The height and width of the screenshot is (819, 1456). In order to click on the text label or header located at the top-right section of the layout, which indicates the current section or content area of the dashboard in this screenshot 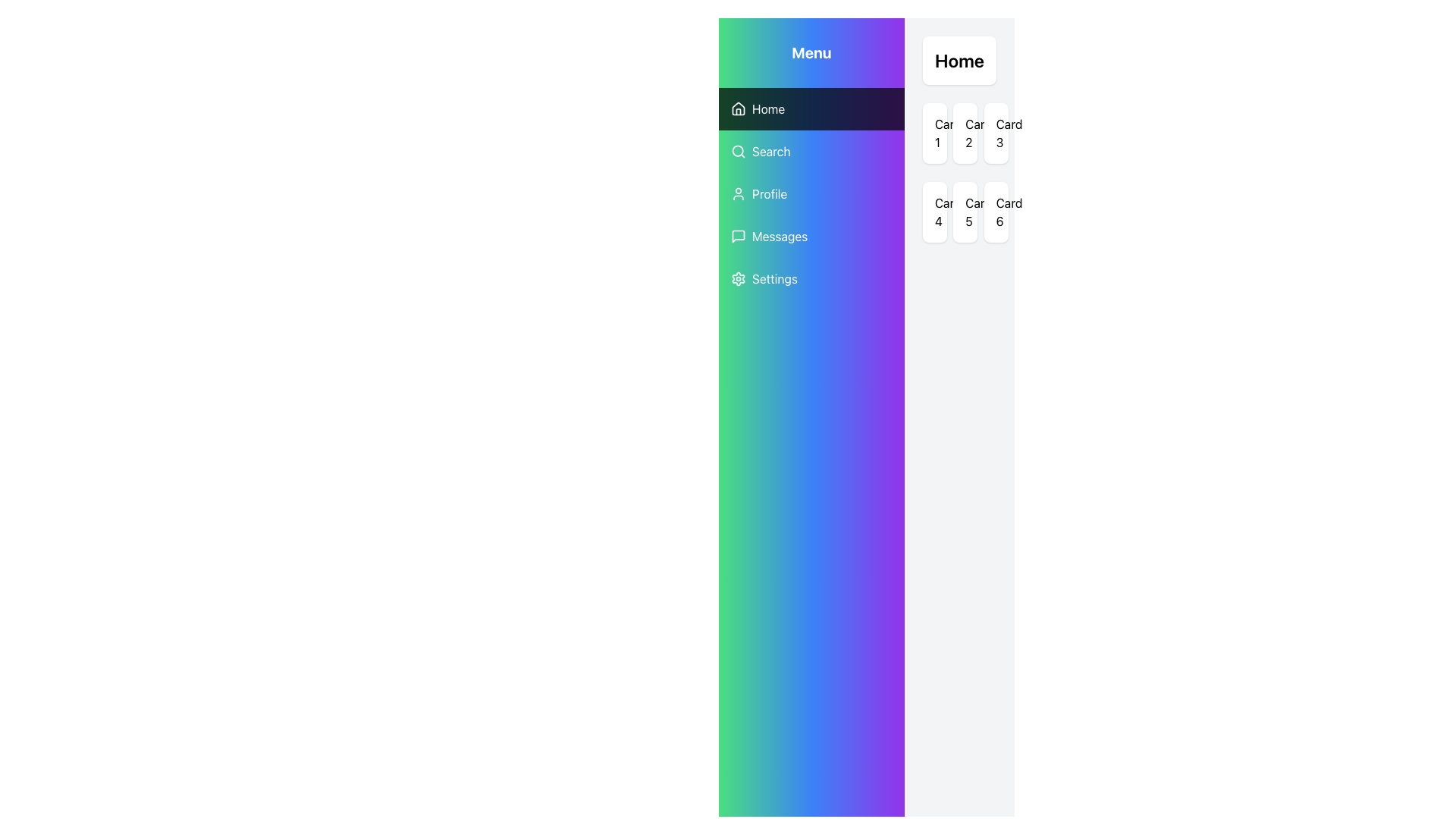, I will do `click(959, 60)`.